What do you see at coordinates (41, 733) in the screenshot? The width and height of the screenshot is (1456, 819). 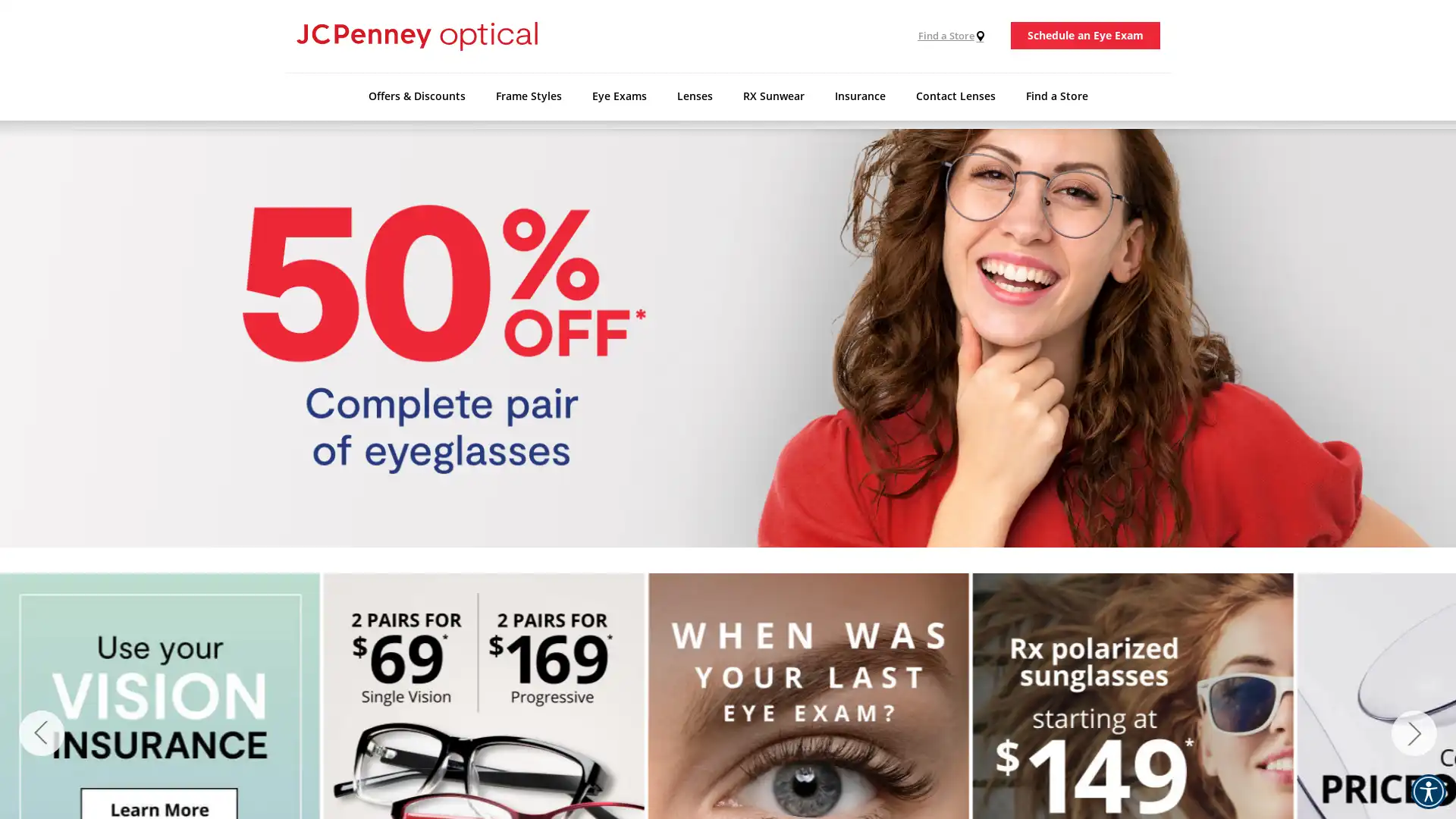 I see `prev` at bounding box center [41, 733].